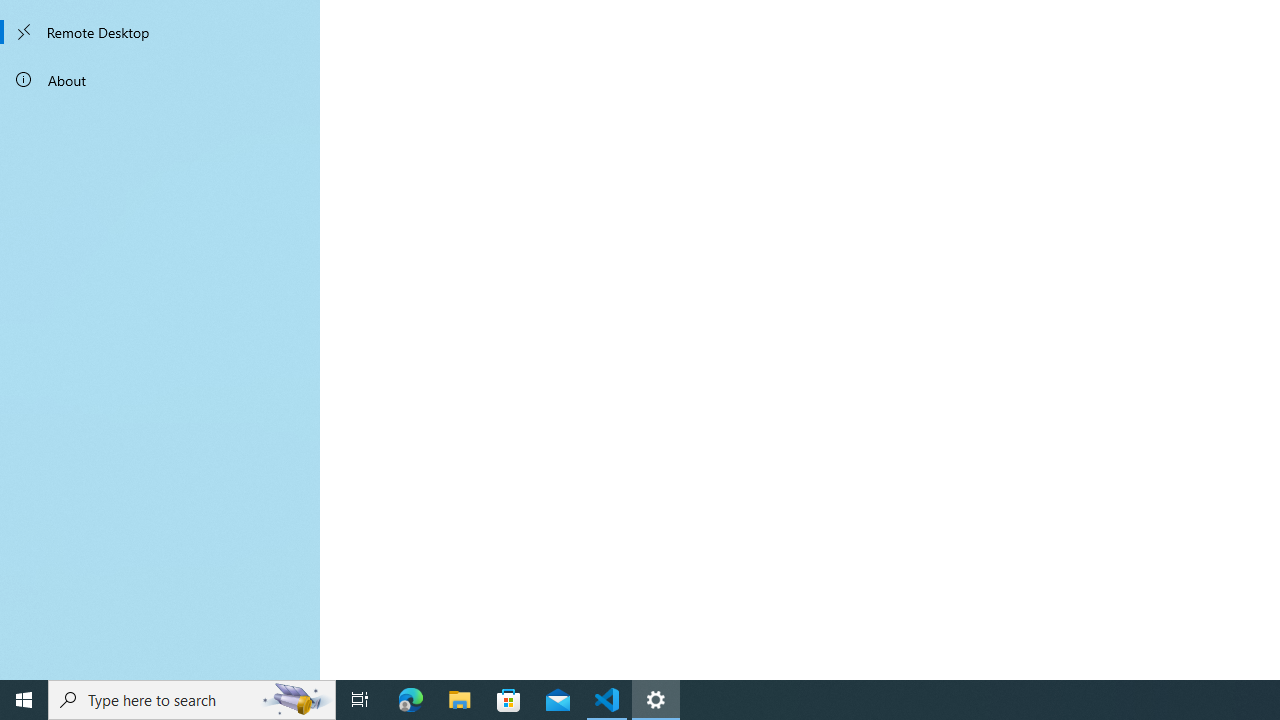  I want to click on 'Microsoft Edge', so click(410, 698).